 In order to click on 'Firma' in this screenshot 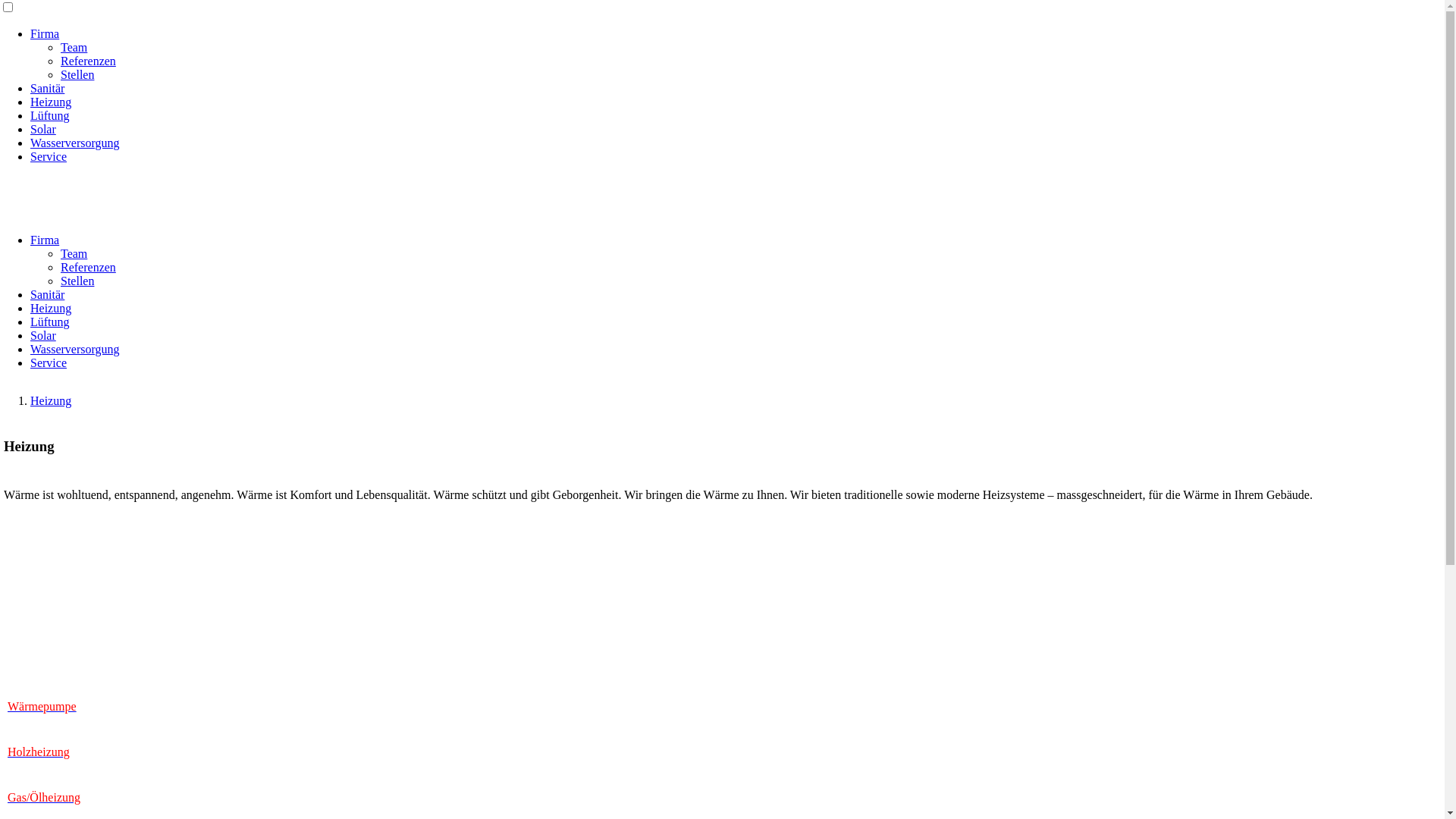, I will do `click(44, 33)`.